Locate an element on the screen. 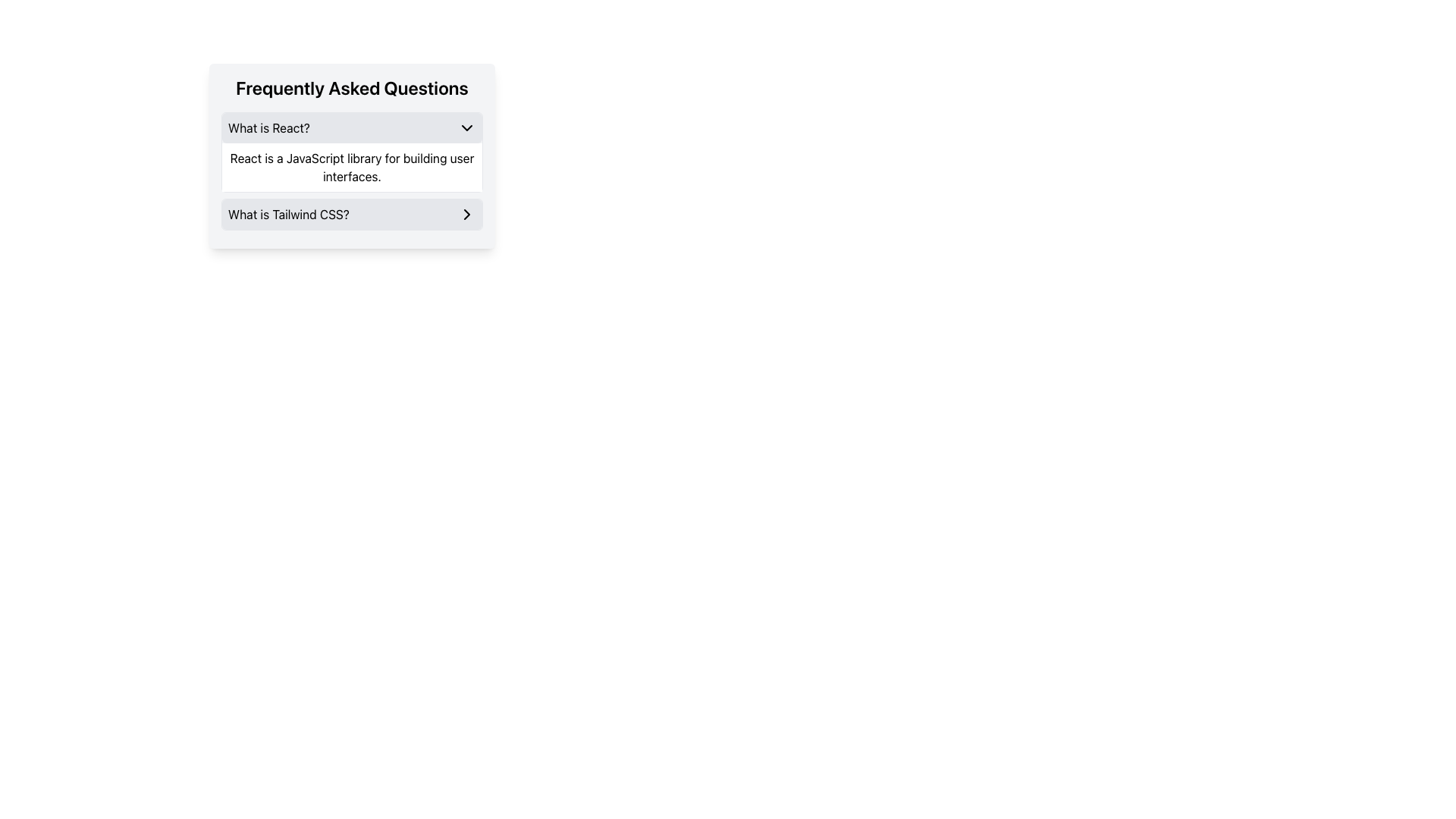 This screenshot has height=819, width=1456. the chevron icon on the rightmost section of the FAQ row labeled 'What is Tailwind CSS?' is located at coordinates (466, 214).